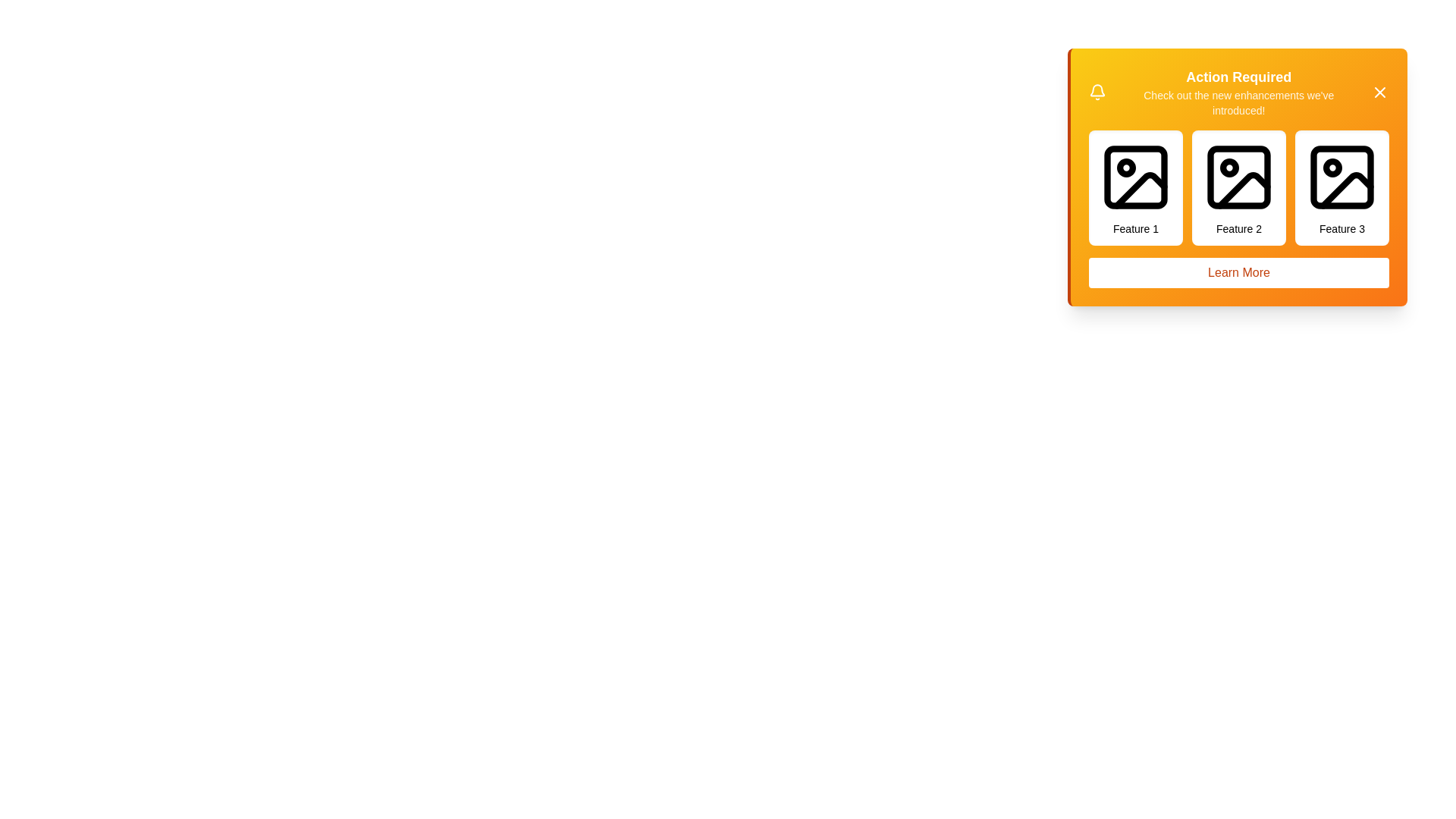 This screenshot has height=819, width=1456. What do you see at coordinates (1135, 187) in the screenshot?
I see `the 'Feature 1' element to inspect its image or text` at bounding box center [1135, 187].